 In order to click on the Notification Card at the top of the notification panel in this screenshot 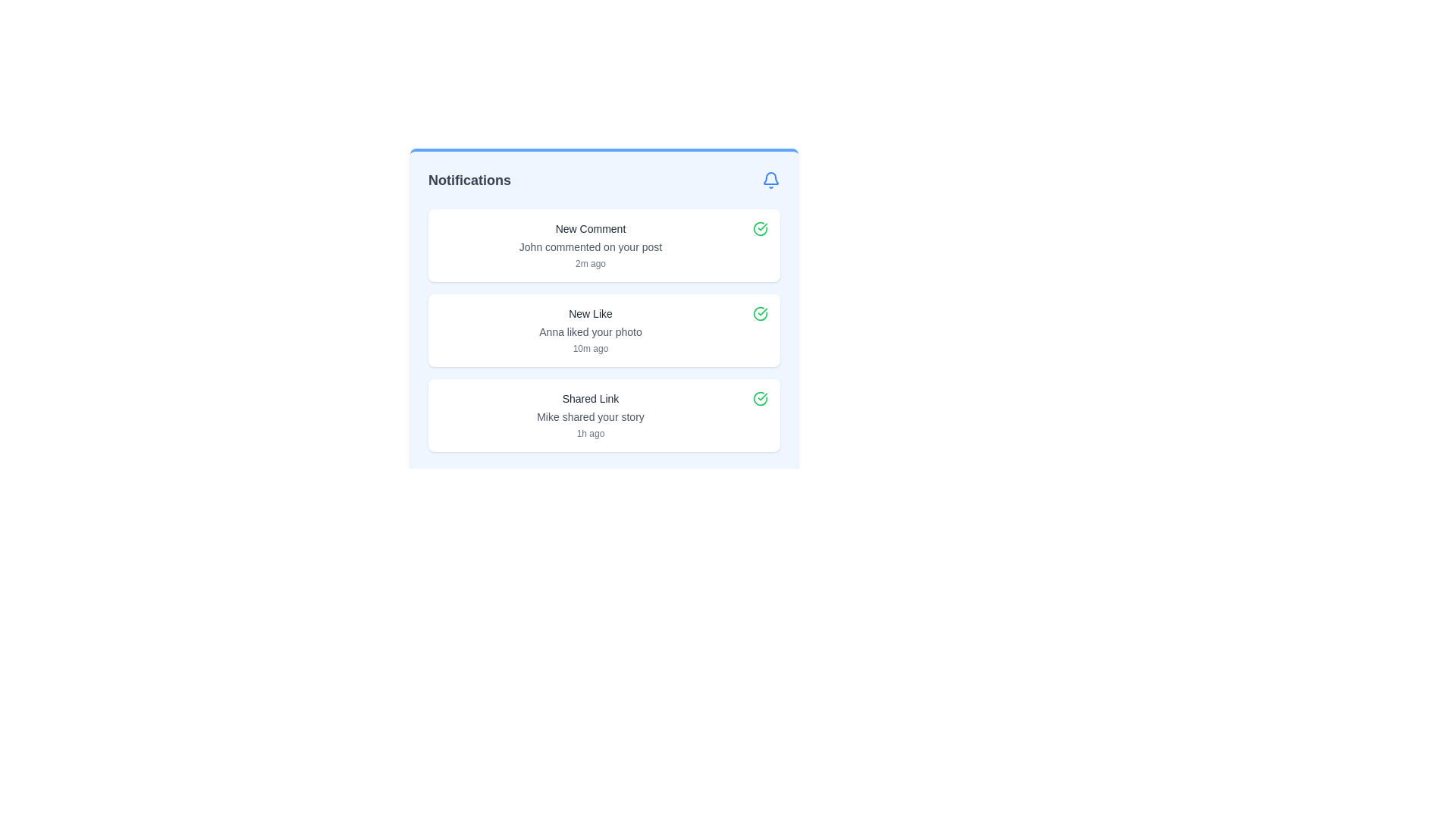, I will do `click(603, 245)`.